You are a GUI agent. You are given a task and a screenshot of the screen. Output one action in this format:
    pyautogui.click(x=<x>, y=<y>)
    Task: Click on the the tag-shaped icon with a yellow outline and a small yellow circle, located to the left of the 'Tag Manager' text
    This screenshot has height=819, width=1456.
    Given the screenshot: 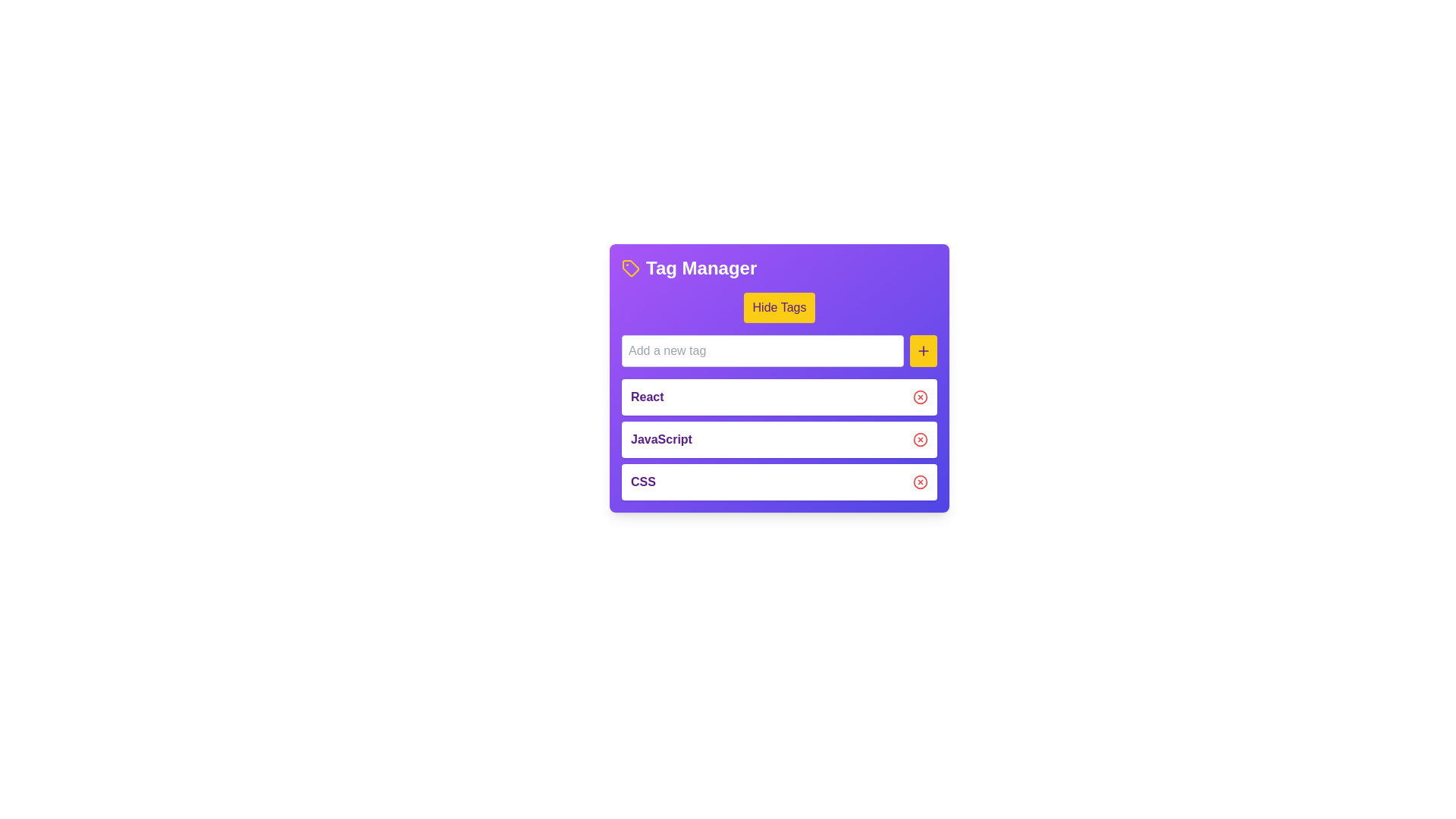 What is the action you would take?
    pyautogui.click(x=630, y=268)
    